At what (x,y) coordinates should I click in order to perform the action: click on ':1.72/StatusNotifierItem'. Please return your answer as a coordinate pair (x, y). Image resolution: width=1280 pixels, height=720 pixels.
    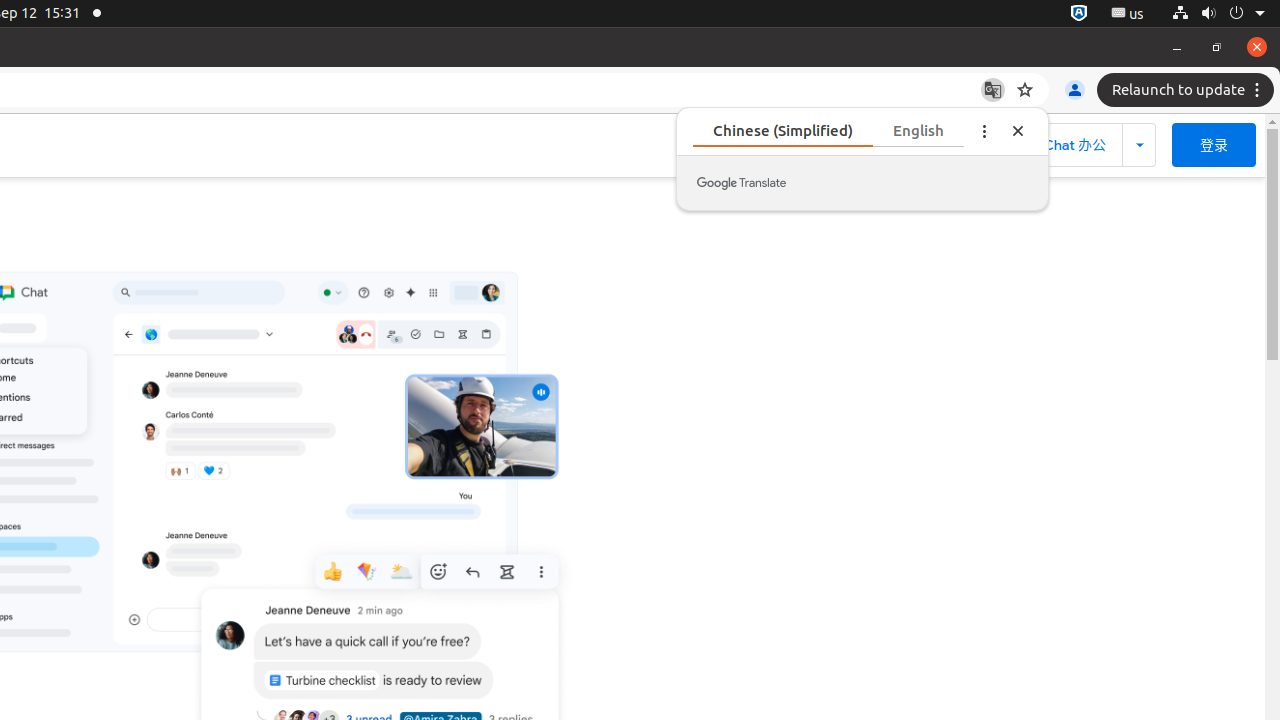
    Looking at the image, I should click on (1078, 13).